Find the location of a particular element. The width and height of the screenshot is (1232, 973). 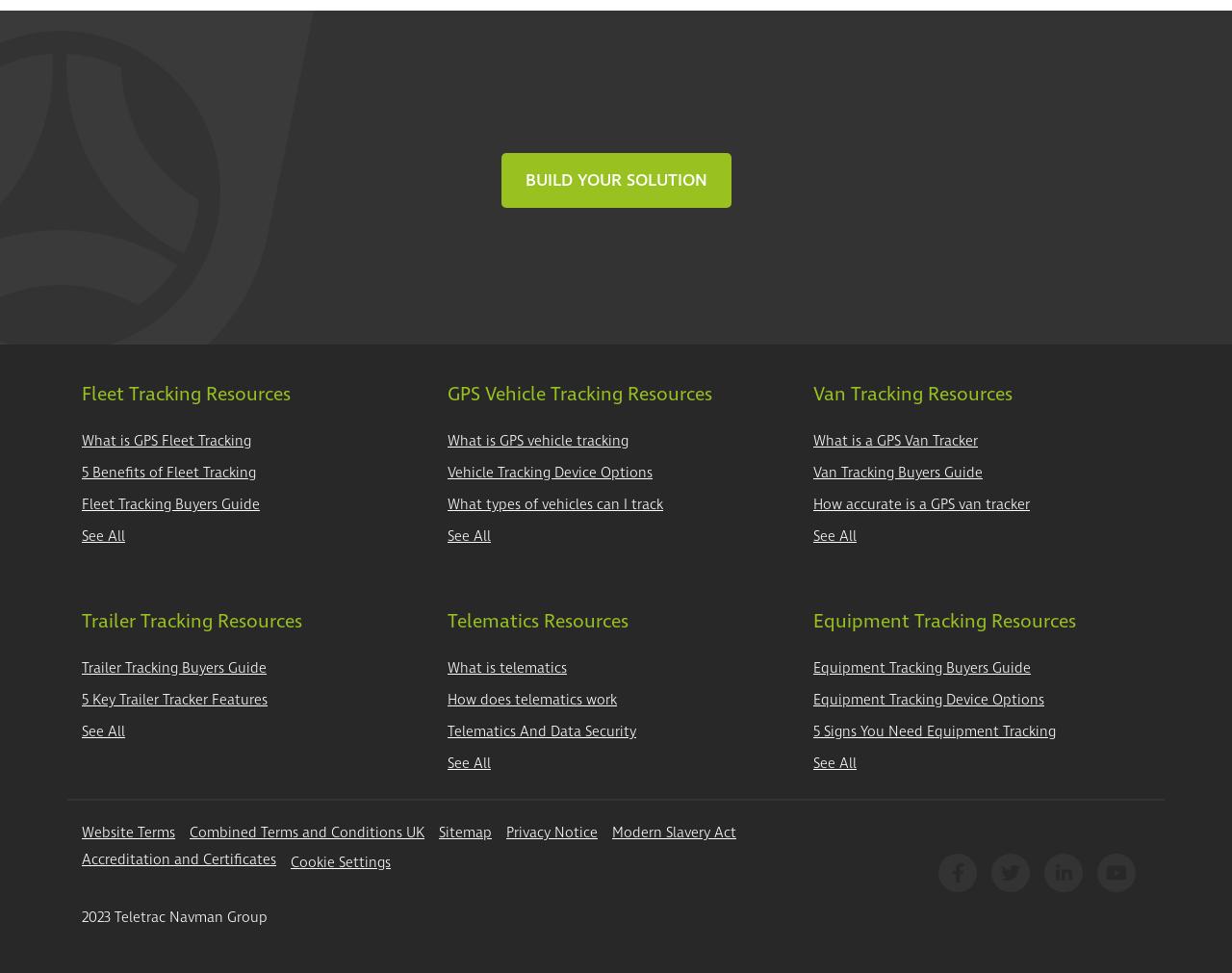

'Website Terms' is located at coordinates (80, 832).